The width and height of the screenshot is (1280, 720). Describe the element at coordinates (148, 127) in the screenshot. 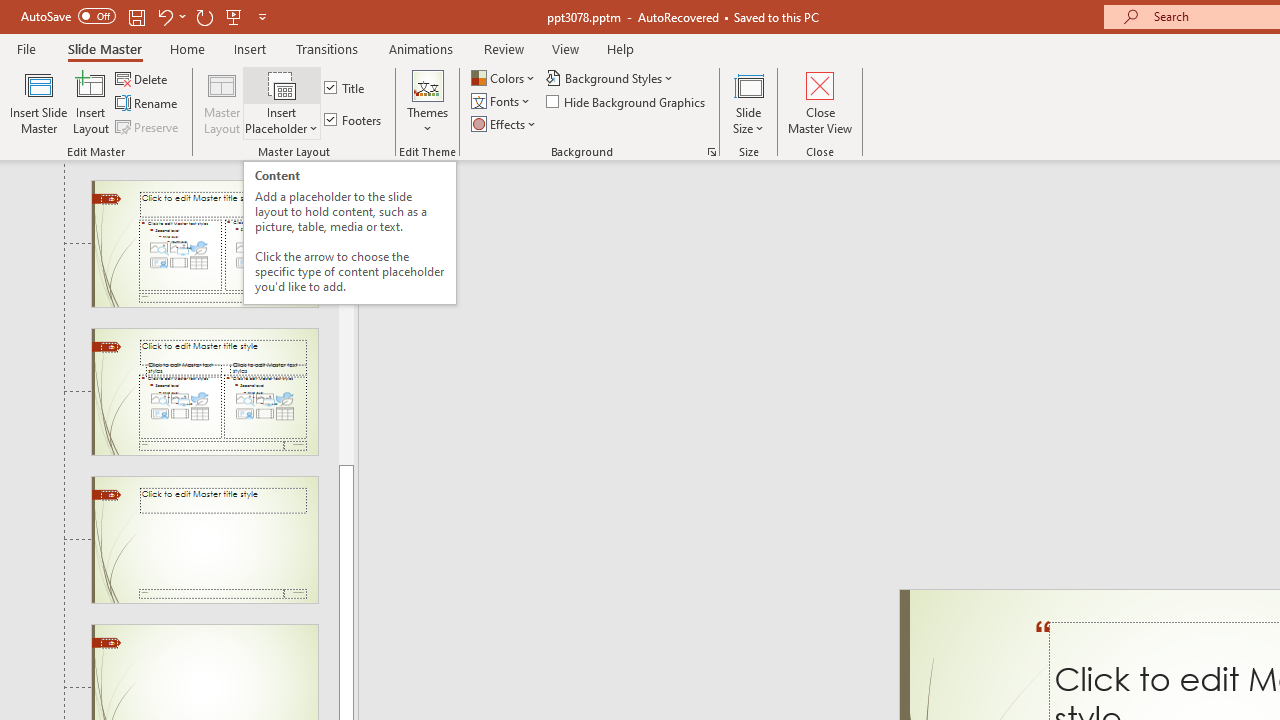

I see `'Preserve'` at that location.